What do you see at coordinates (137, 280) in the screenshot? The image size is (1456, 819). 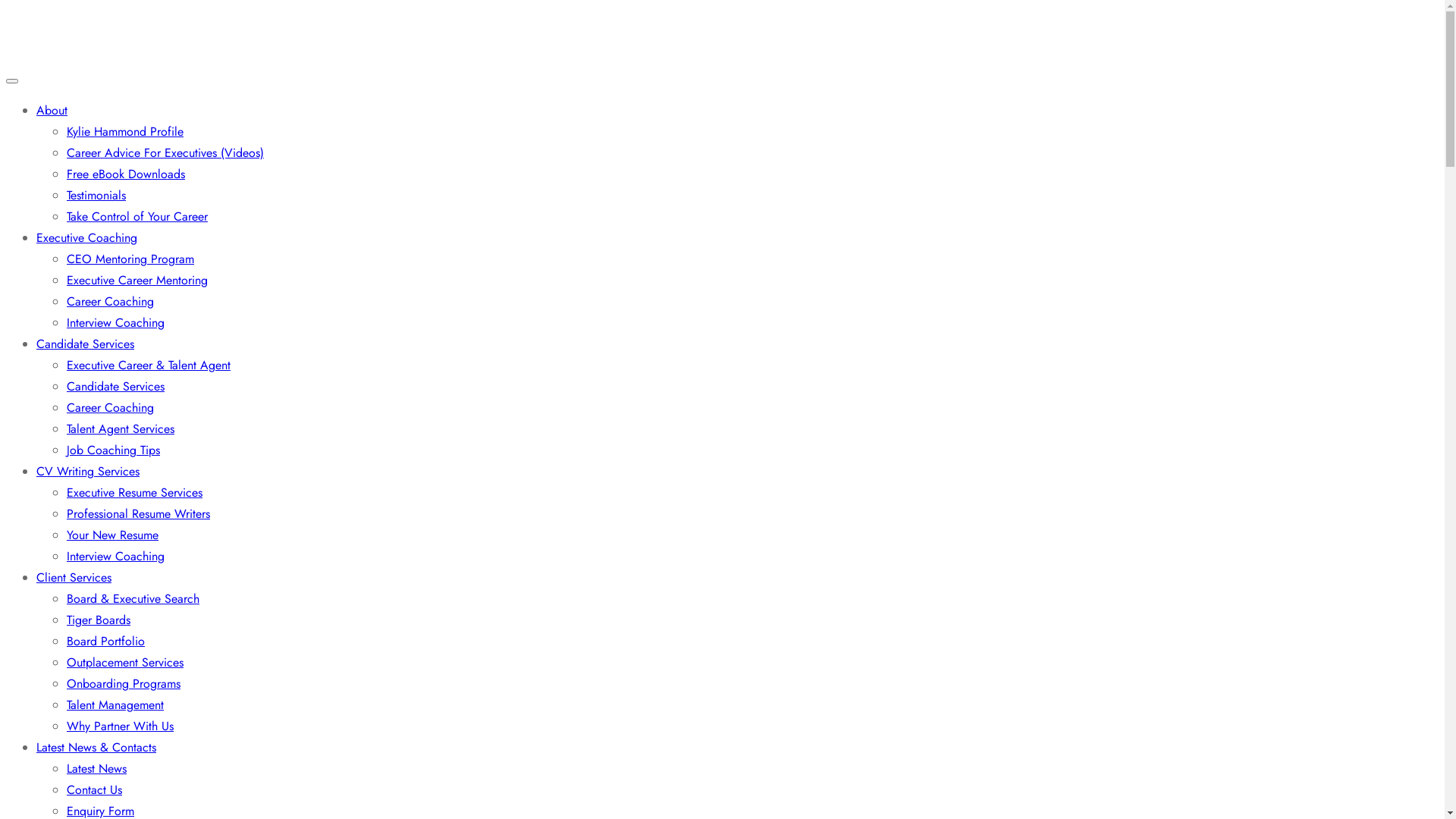 I see `'Executive Career Mentoring'` at bounding box center [137, 280].